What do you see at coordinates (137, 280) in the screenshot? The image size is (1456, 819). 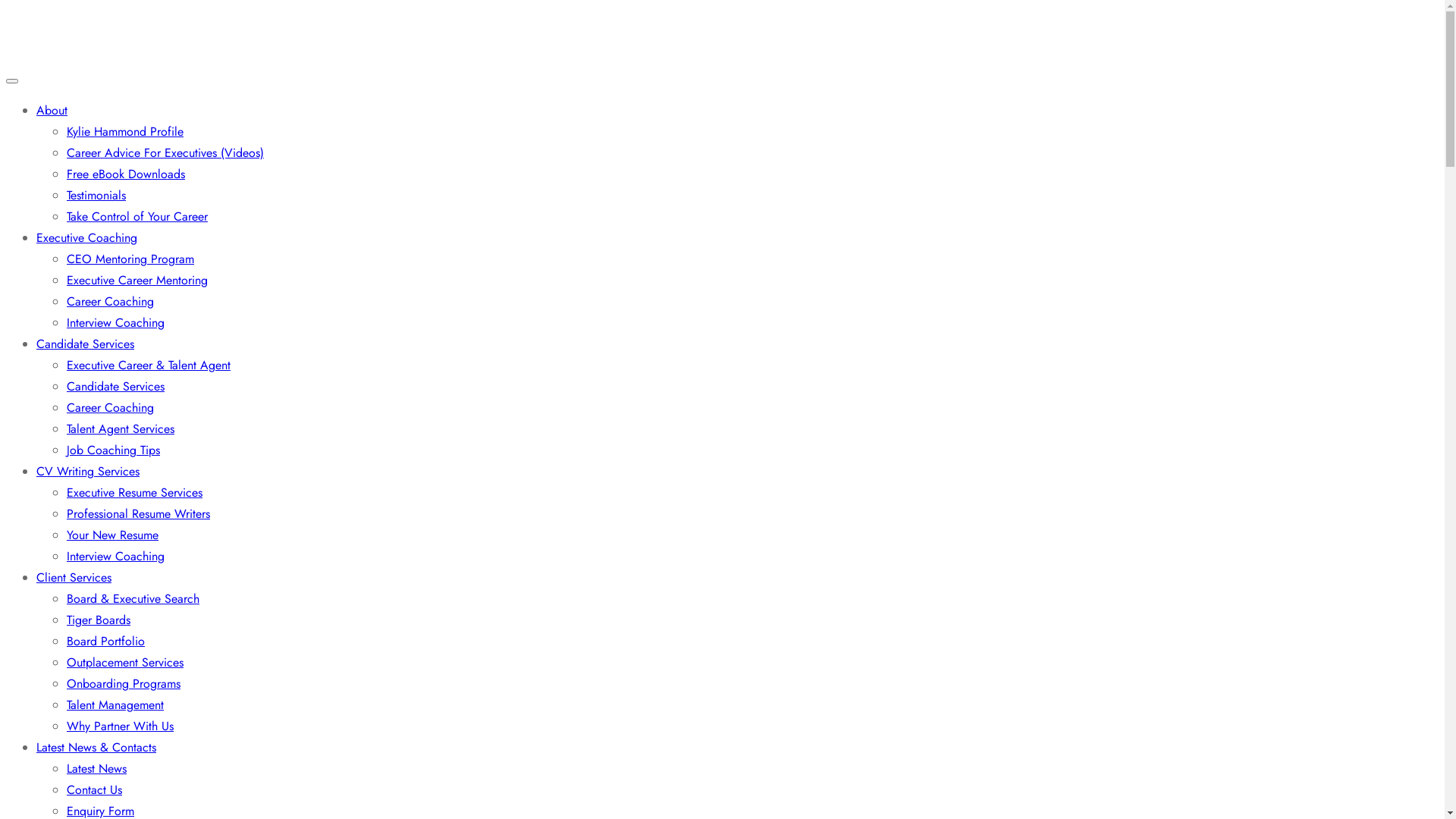 I see `'Executive Career Mentoring'` at bounding box center [137, 280].